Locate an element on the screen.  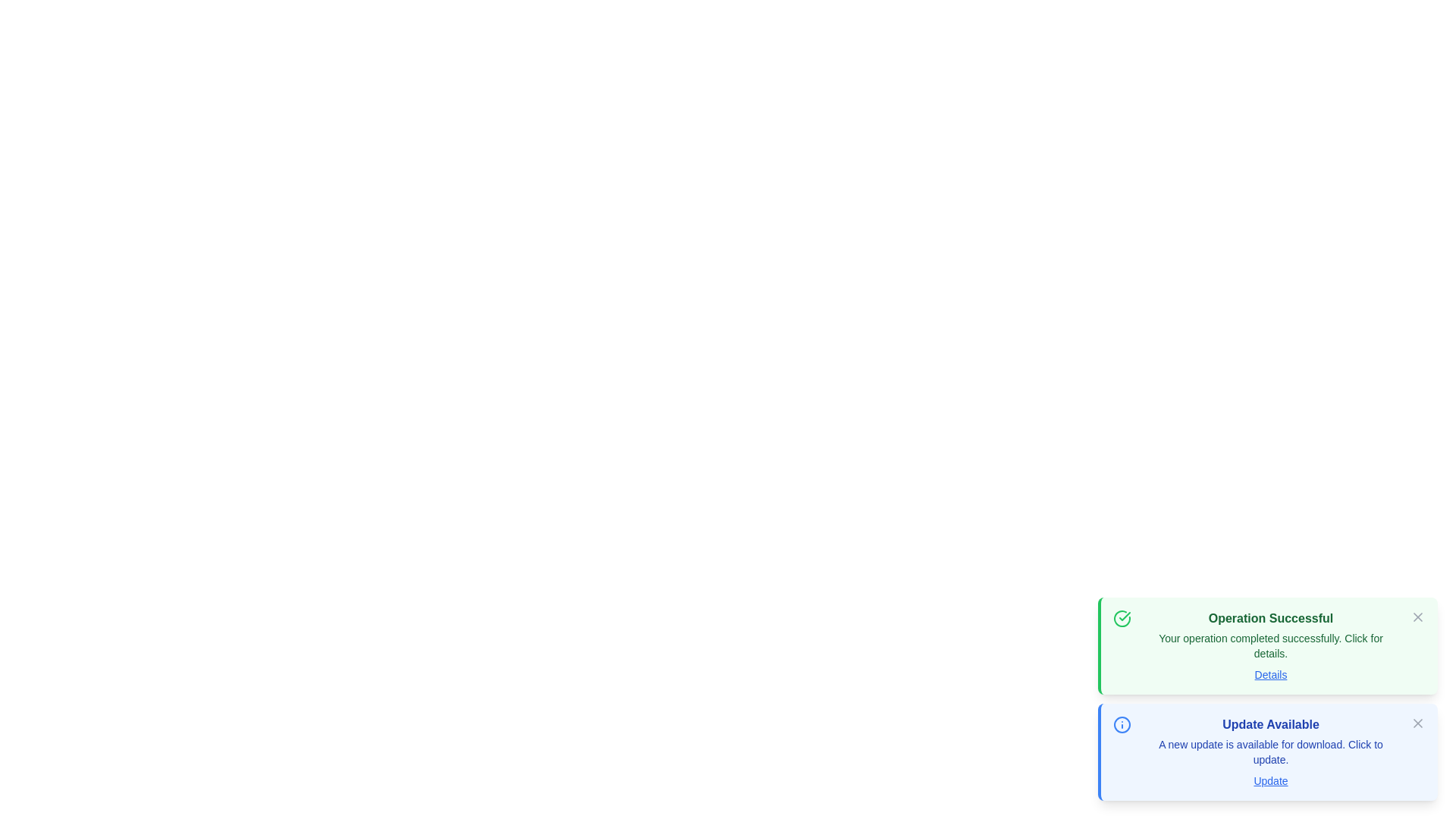
the close button located at the top-right corner of the 'Operation Successful' notification is located at coordinates (1417, 617).